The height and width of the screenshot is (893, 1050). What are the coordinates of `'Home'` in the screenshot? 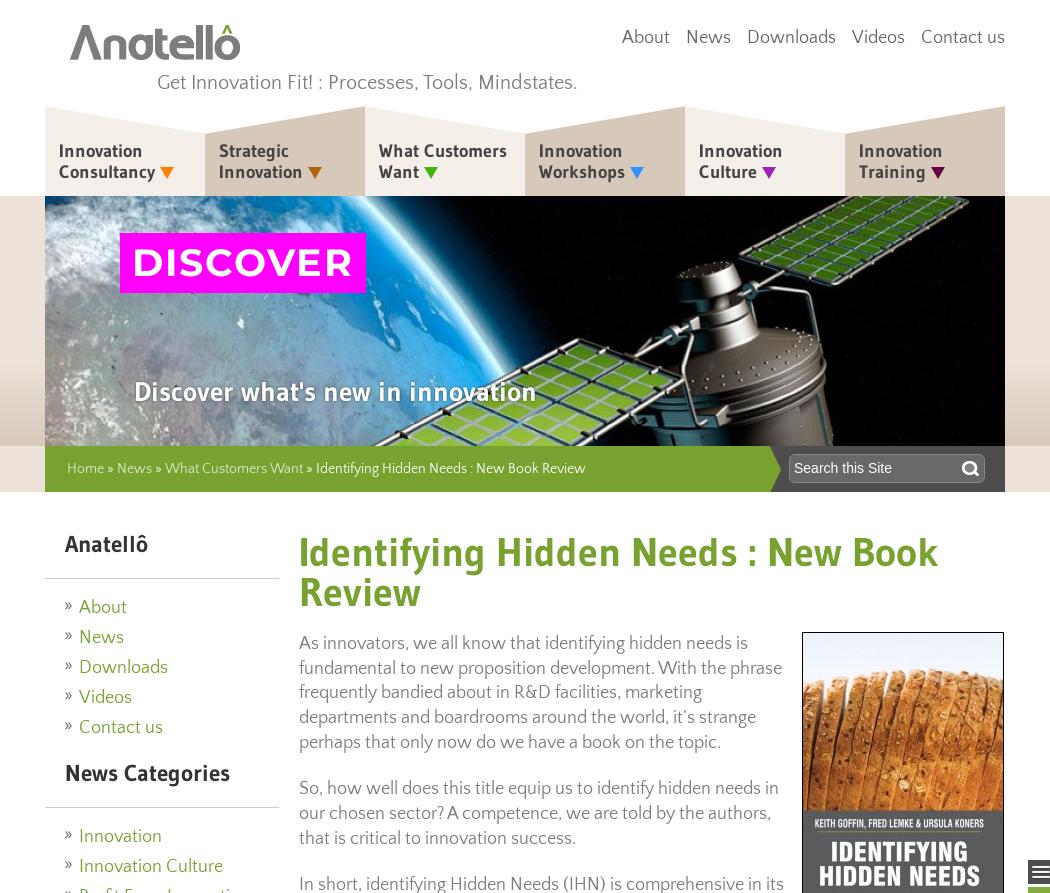 It's located at (85, 467).